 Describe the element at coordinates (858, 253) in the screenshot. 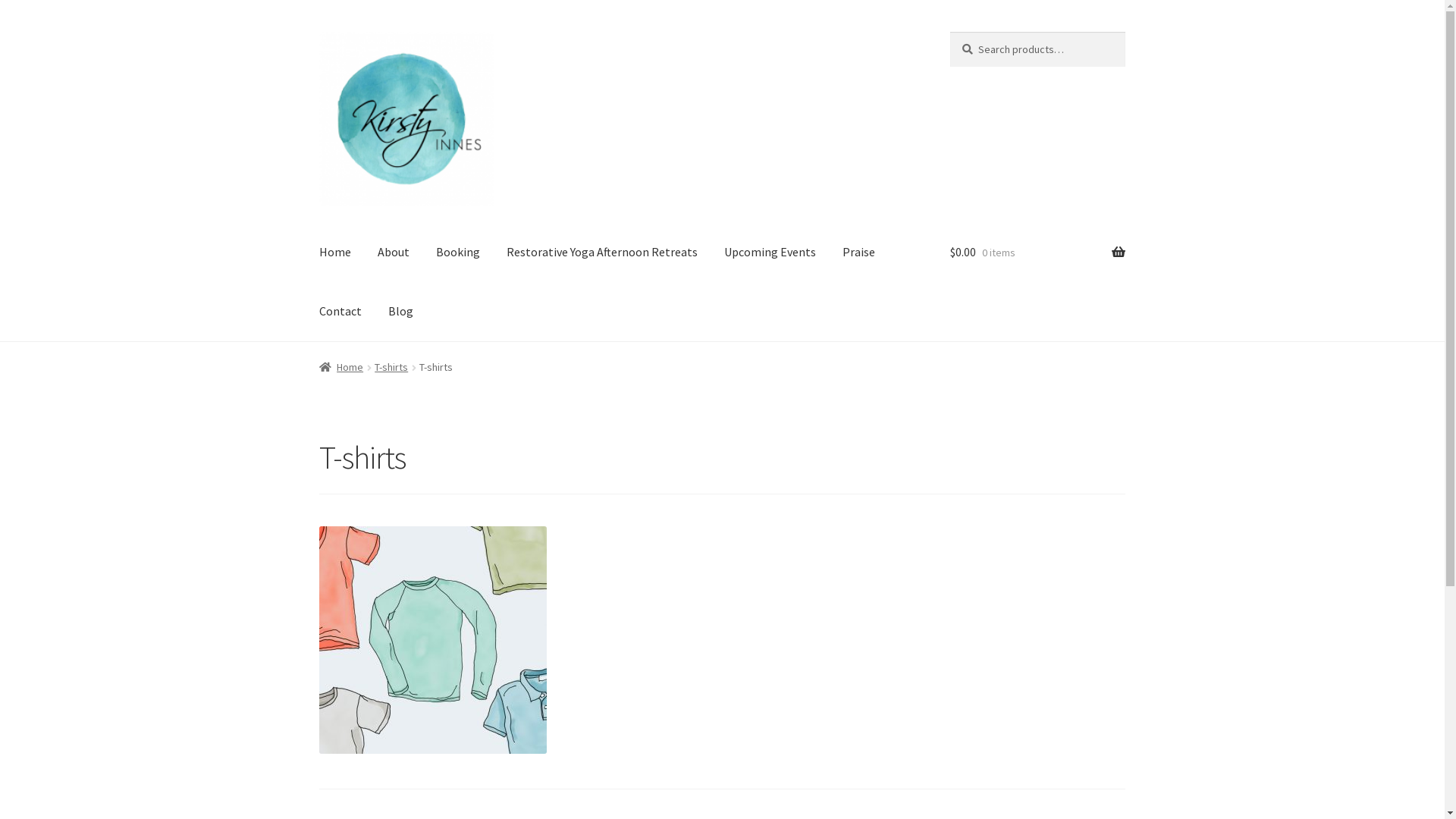

I see `'Praise'` at that location.